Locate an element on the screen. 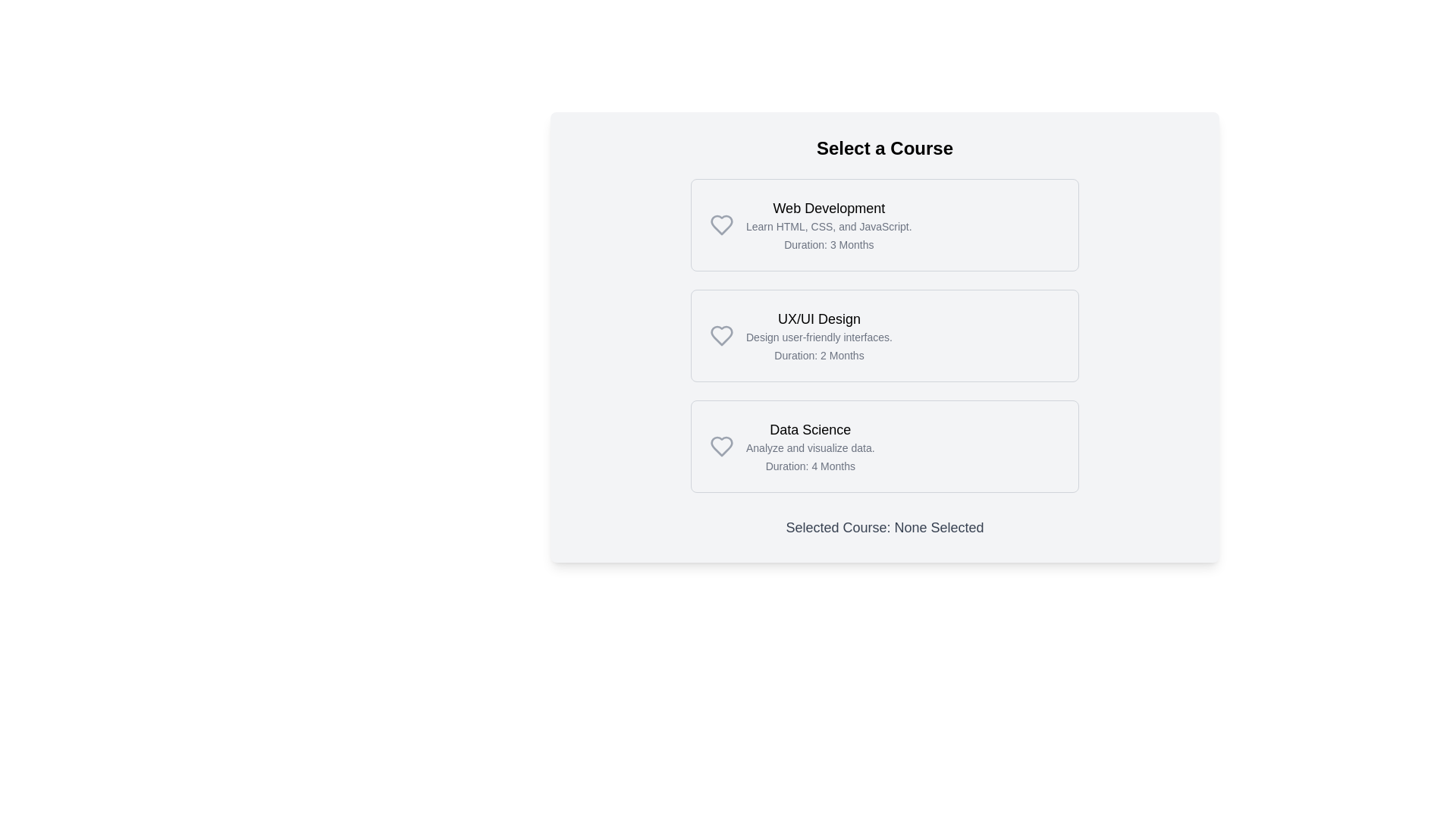 Image resolution: width=1456 pixels, height=819 pixels. the text label that informs the user about the course duration, located below the course description text in the Web Development card is located at coordinates (828, 244).